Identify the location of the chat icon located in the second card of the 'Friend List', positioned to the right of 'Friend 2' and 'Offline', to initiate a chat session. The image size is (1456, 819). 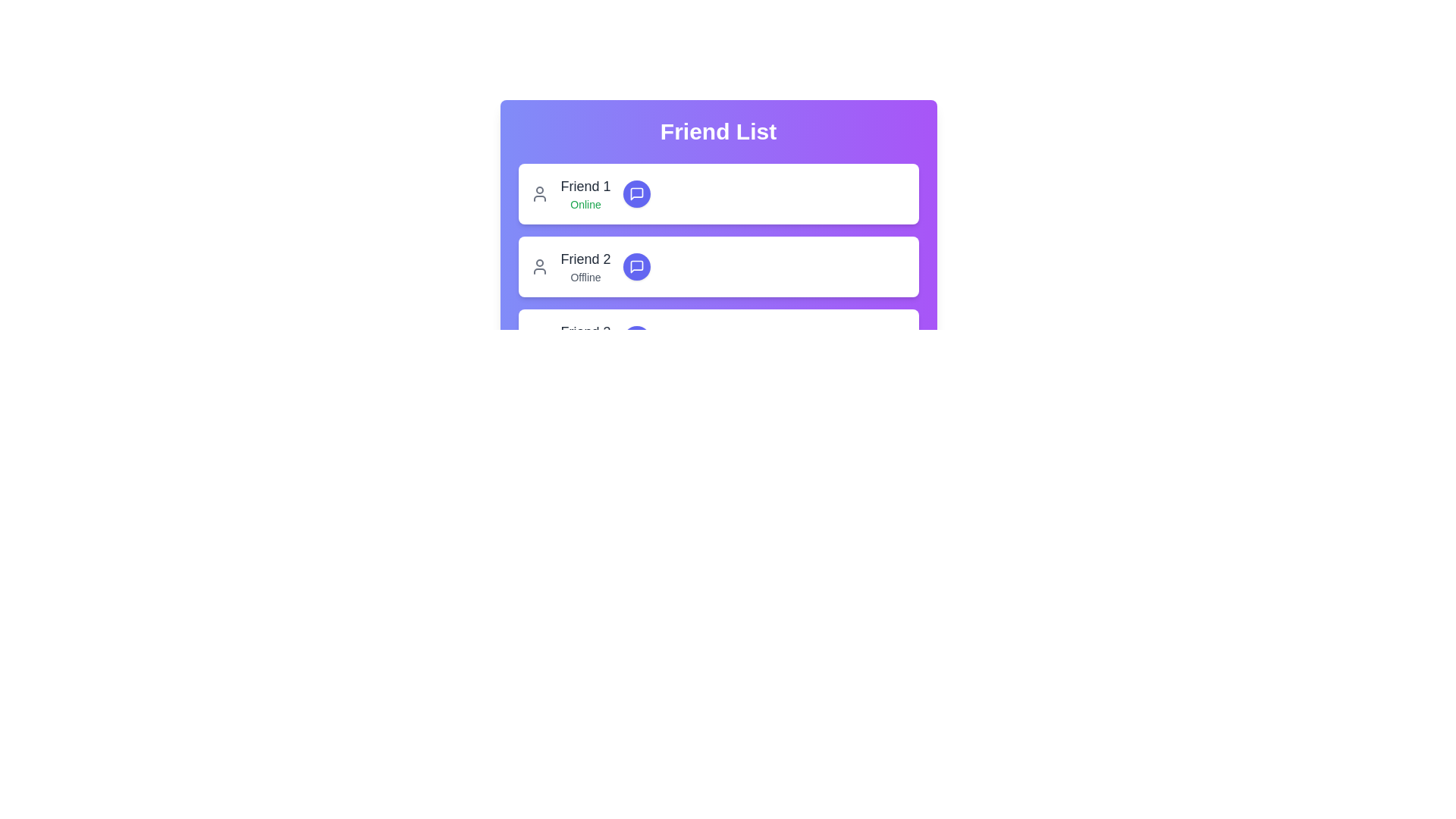
(636, 265).